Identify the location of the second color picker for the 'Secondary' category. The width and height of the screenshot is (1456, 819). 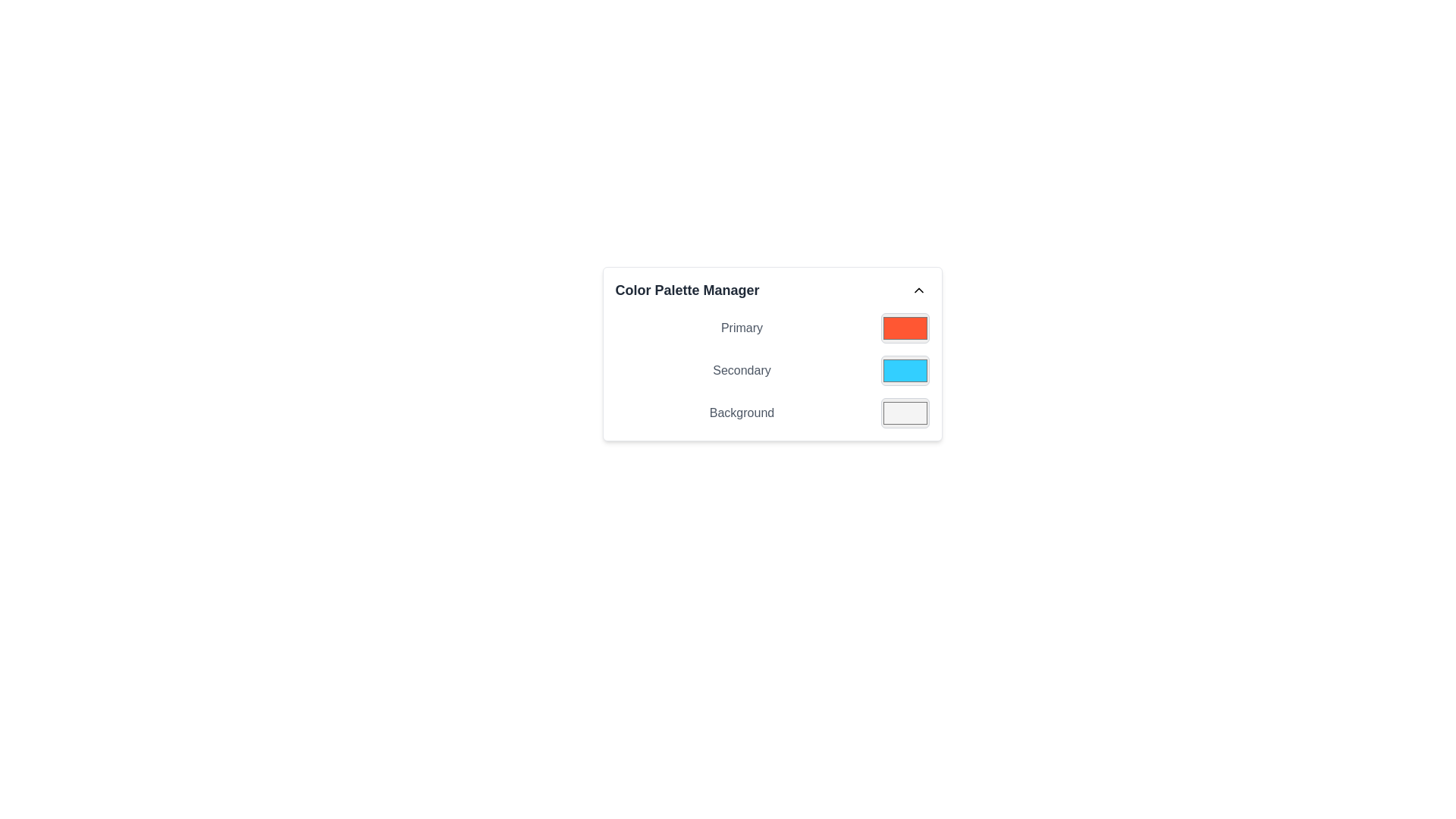
(905, 371).